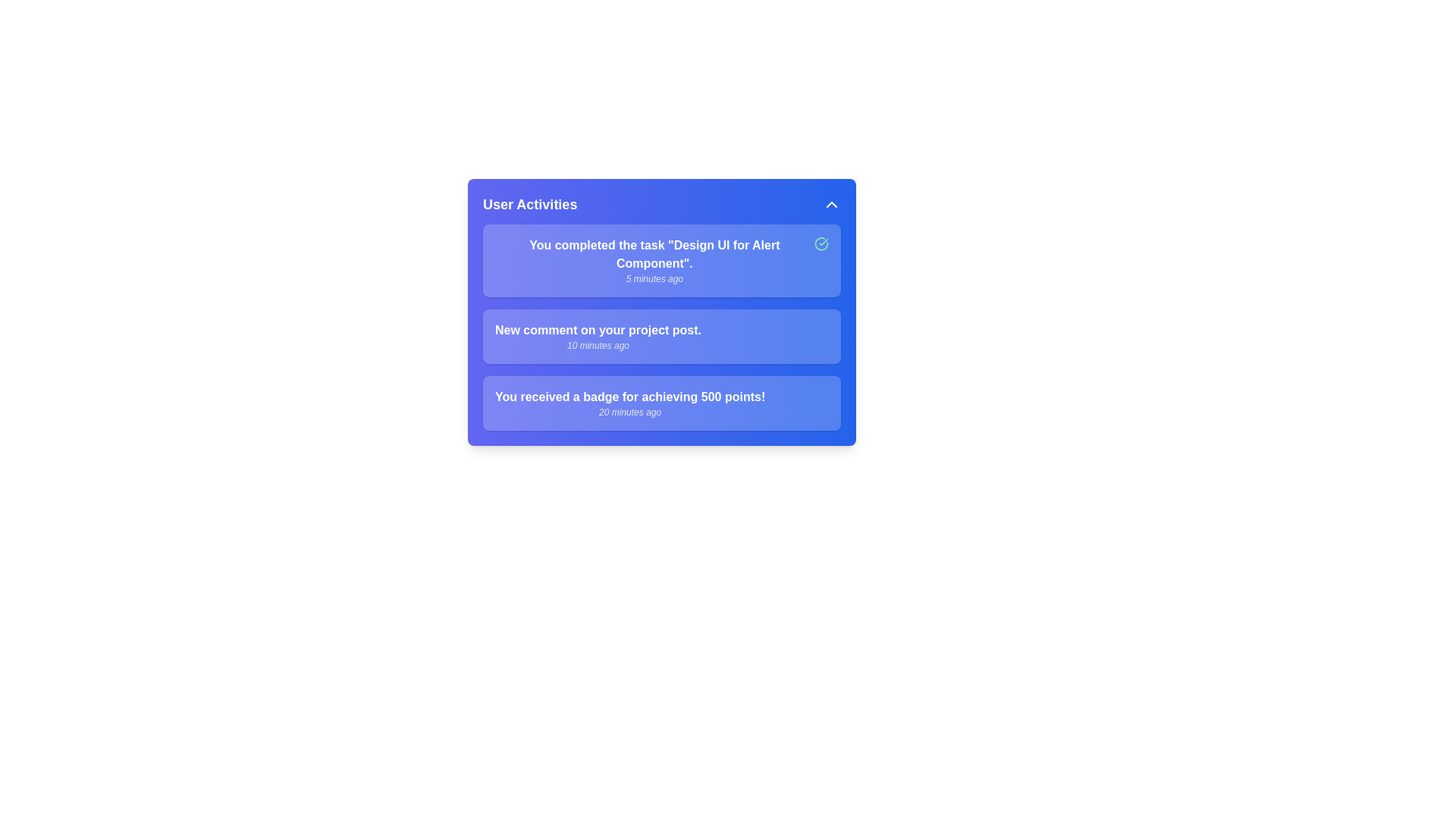 The image size is (1456, 819). Describe the element at coordinates (662, 335) in the screenshot. I see `the second notification card in the 'User Activities' panel, which has a light blue background and displays the message 'New comment on your project post.'` at that location.